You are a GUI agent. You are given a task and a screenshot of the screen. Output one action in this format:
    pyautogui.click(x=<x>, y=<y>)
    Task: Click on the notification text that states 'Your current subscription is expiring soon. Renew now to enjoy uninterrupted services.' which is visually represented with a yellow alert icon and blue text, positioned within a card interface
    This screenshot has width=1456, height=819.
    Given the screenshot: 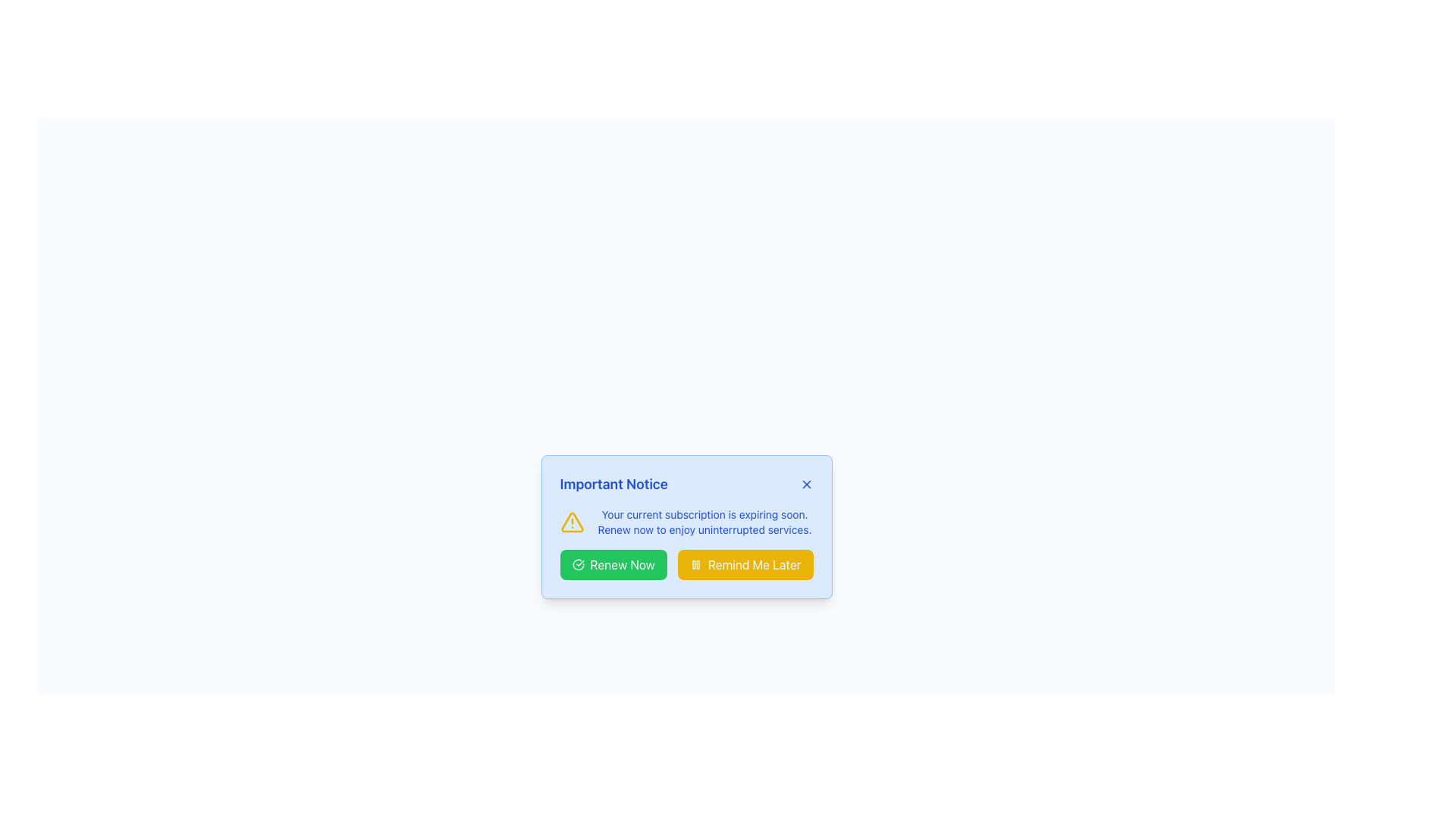 What is the action you would take?
    pyautogui.click(x=686, y=522)
    